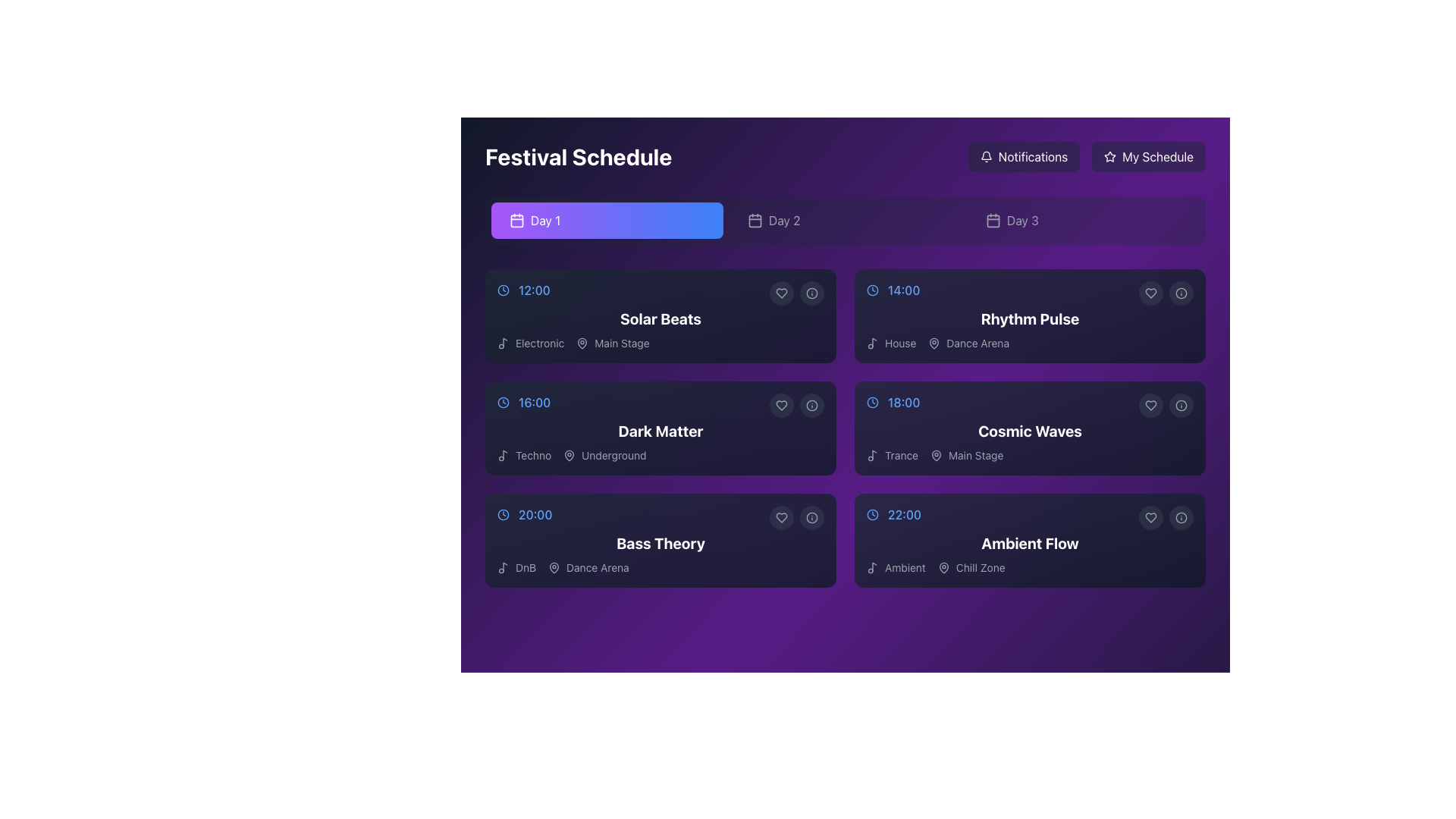 This screenshot has height=819, width=1456. I want to click on the heart-shaped icon in the bottom-right corner of the 'Ambient Flow' event card to mark it as a favorite, so click(1150, 516).